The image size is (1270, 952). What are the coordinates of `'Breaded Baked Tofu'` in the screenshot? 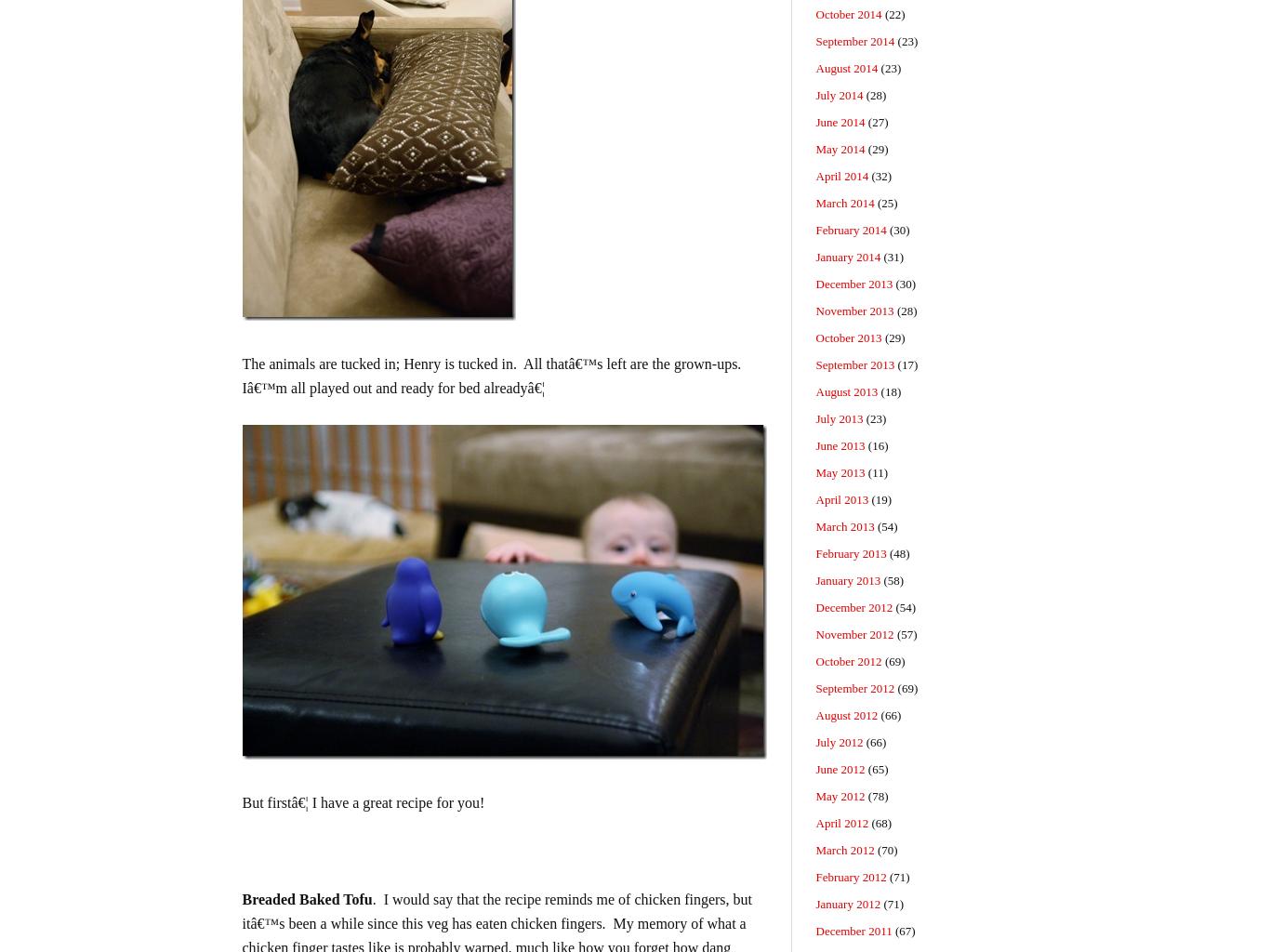 It's located at (241, 899).